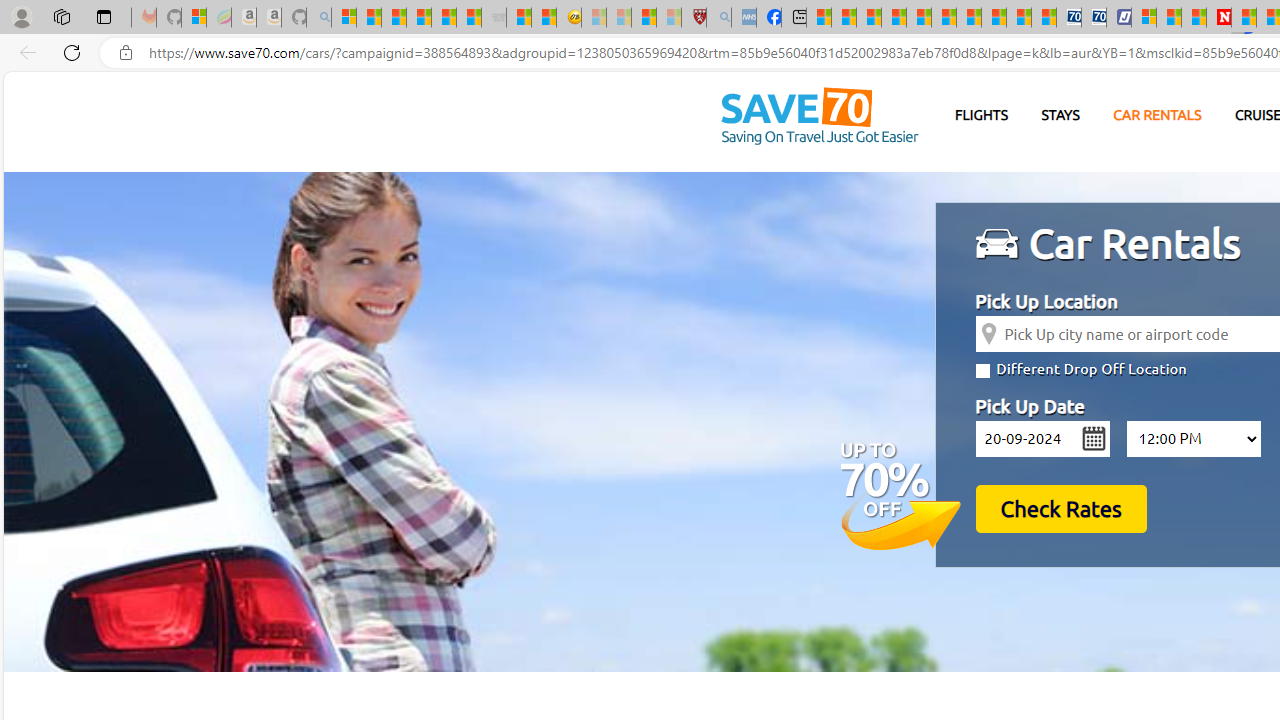  Describe the element at coordinates (72, 51) in the screenshot. I see `'Refresh'` at that location.